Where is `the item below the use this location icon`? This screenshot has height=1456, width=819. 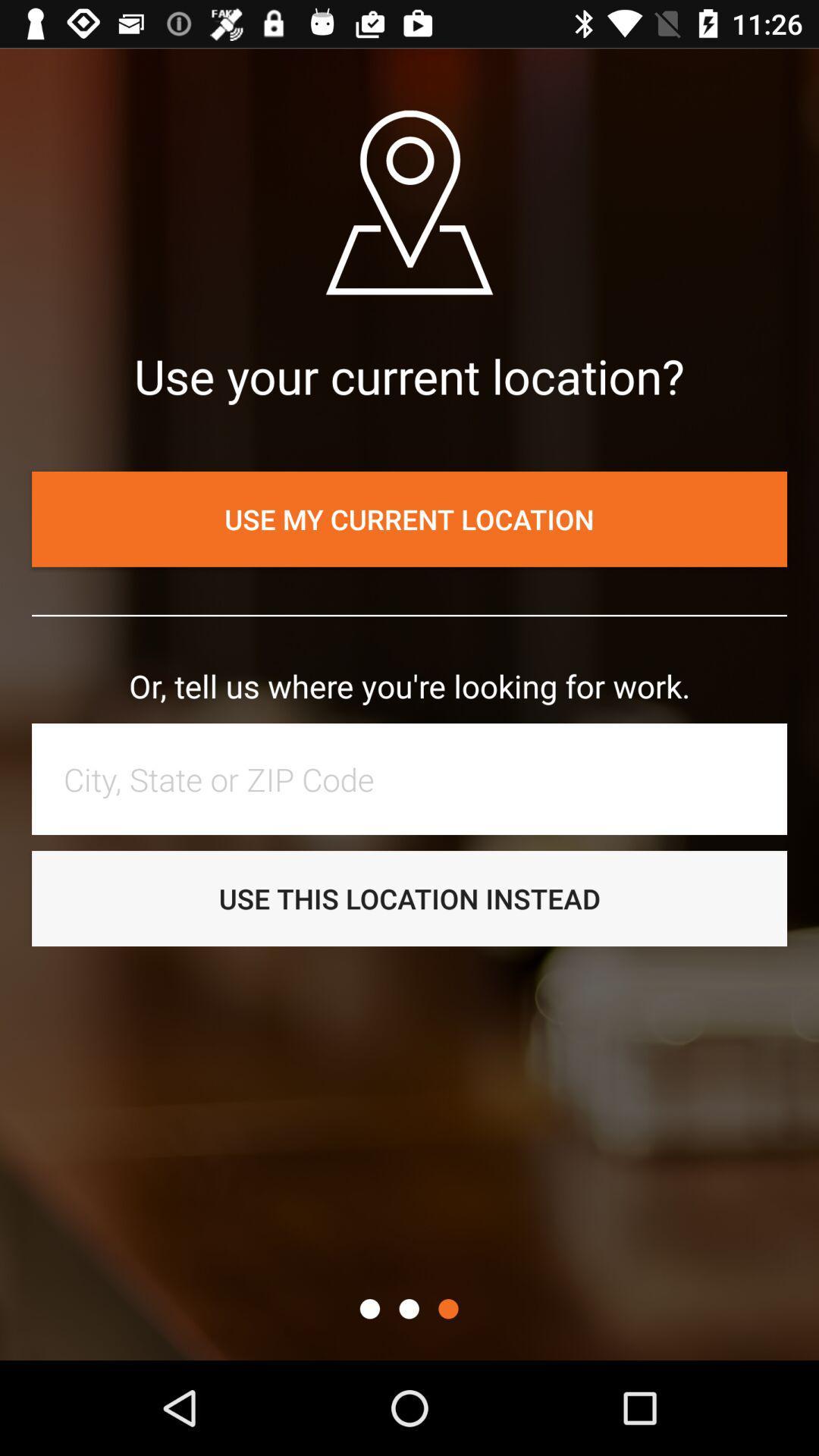
the item below the use this location icon is located at coordinates (369, 1308).